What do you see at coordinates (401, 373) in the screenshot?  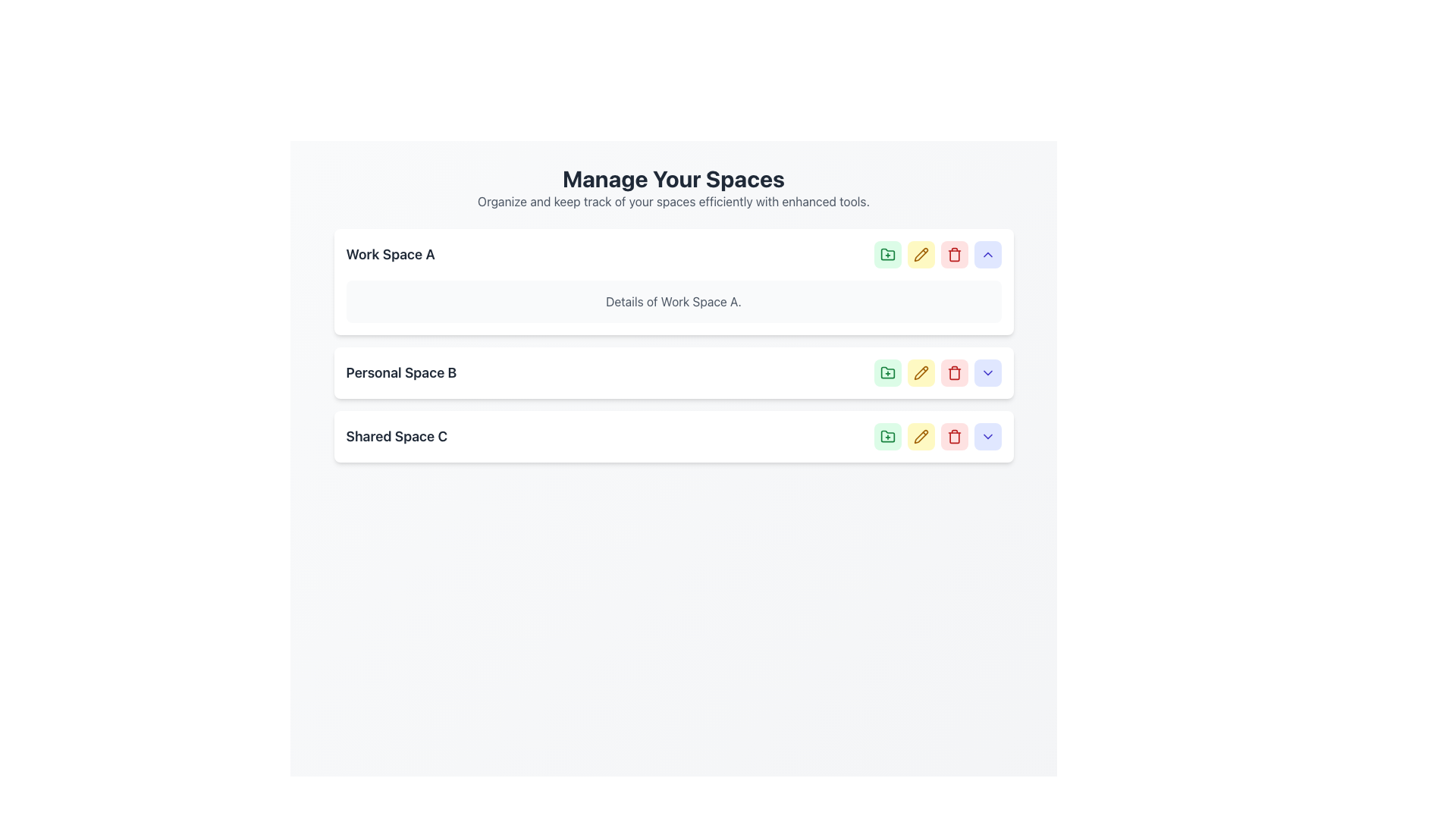 I see `the Text Label that serves as the title for the second space, positioned between 'Work Space A' and 'Shared Space C'` at bounding box center [401, 373].